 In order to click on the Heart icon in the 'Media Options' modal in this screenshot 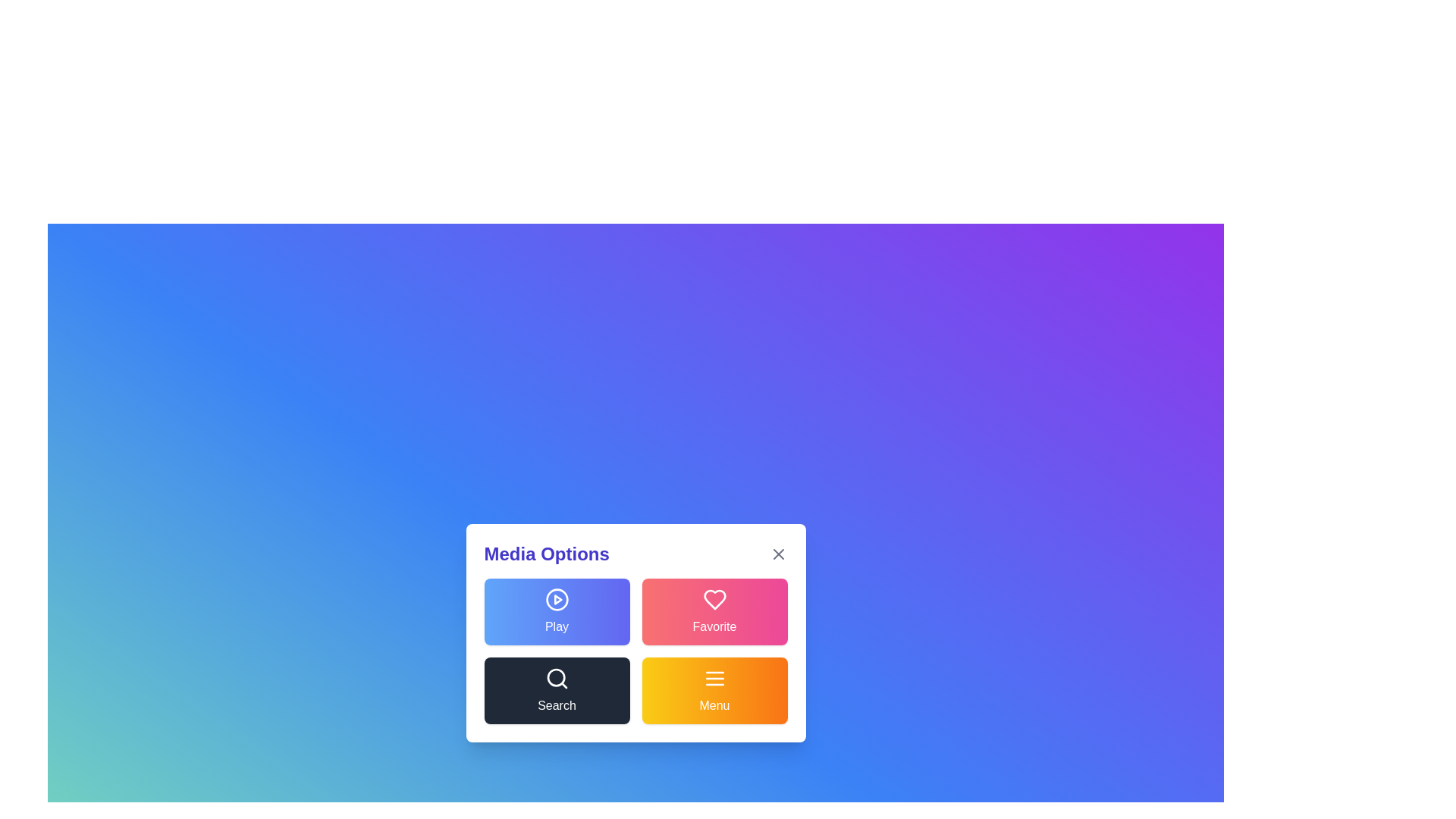, I will do `click(714, 598)`.